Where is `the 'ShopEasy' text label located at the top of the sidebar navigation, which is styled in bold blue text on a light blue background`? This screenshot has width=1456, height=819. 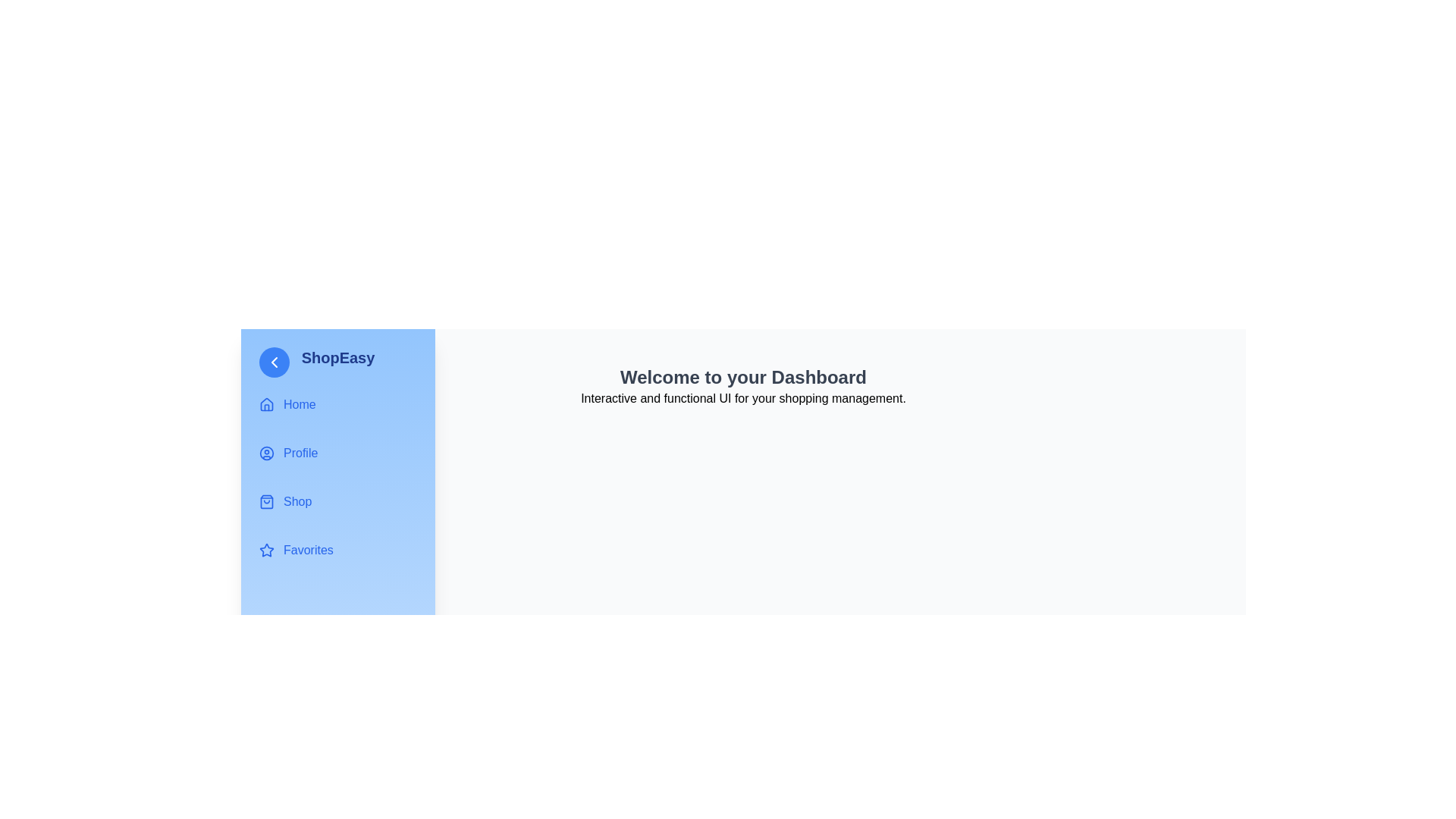
the 'ShopEasy' text label located at the top of the sidebar navigation, which is styled in bold blue text on a light blue background is located at coordinates (337, 357).